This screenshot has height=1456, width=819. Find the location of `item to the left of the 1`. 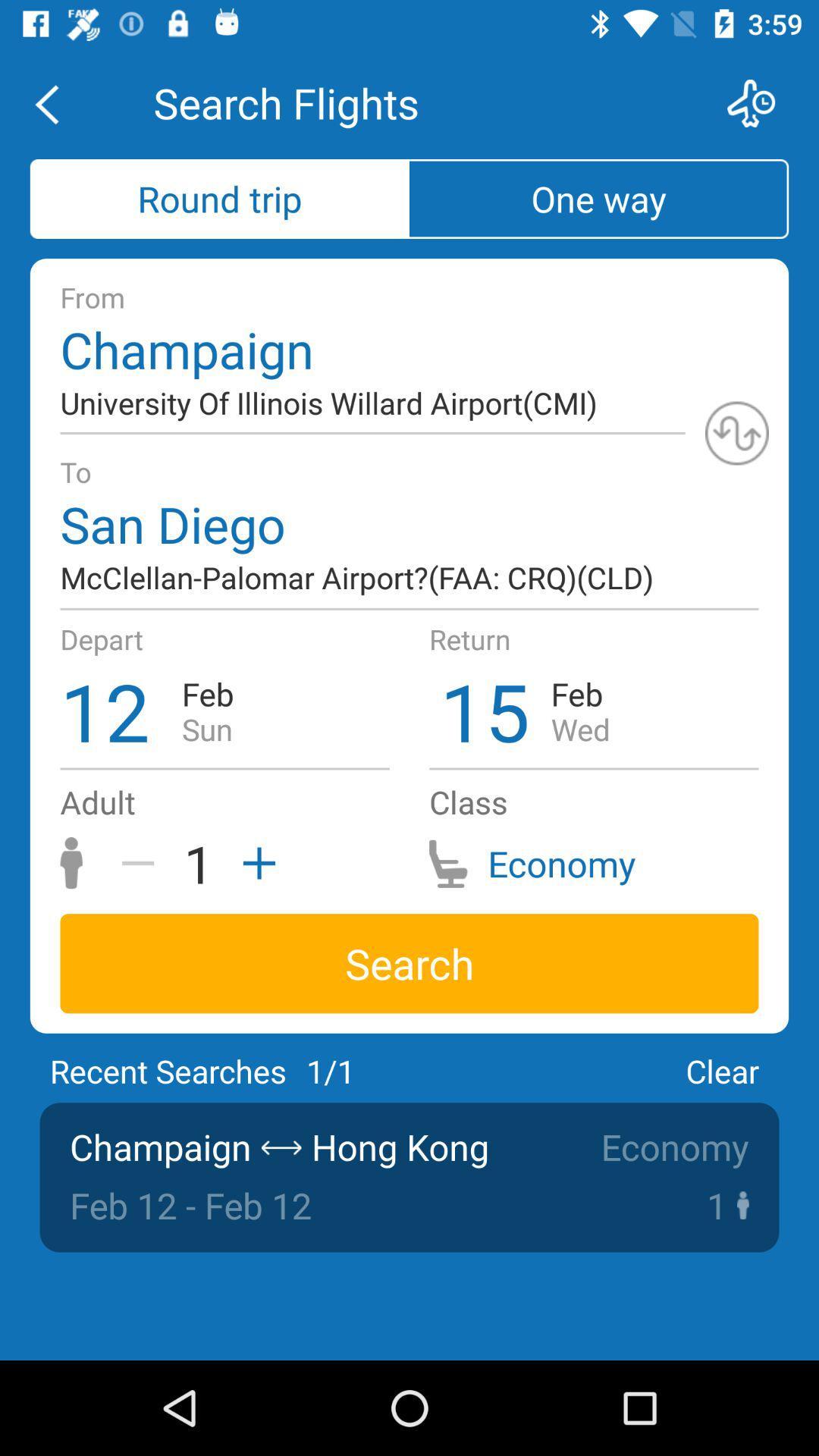

item to the left of the 1 is located at coordinates (143, 863).